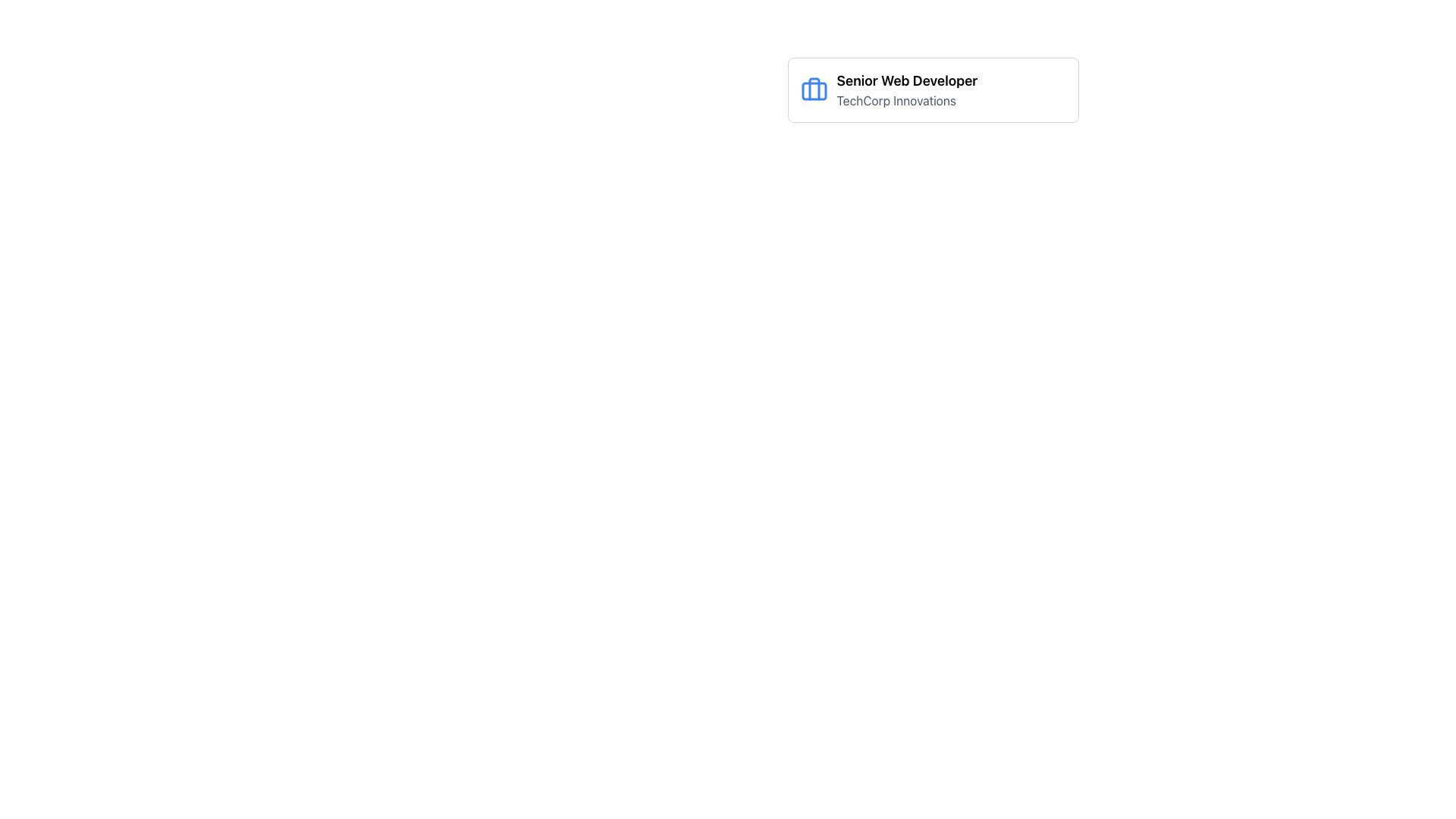 The height and width of the screenshot is (819, 1456). Describe the element at coordinates (813, 91) in the screenshot. I see `the suitcase icon representing the job post for 'Senior Web Developer'` at that location.